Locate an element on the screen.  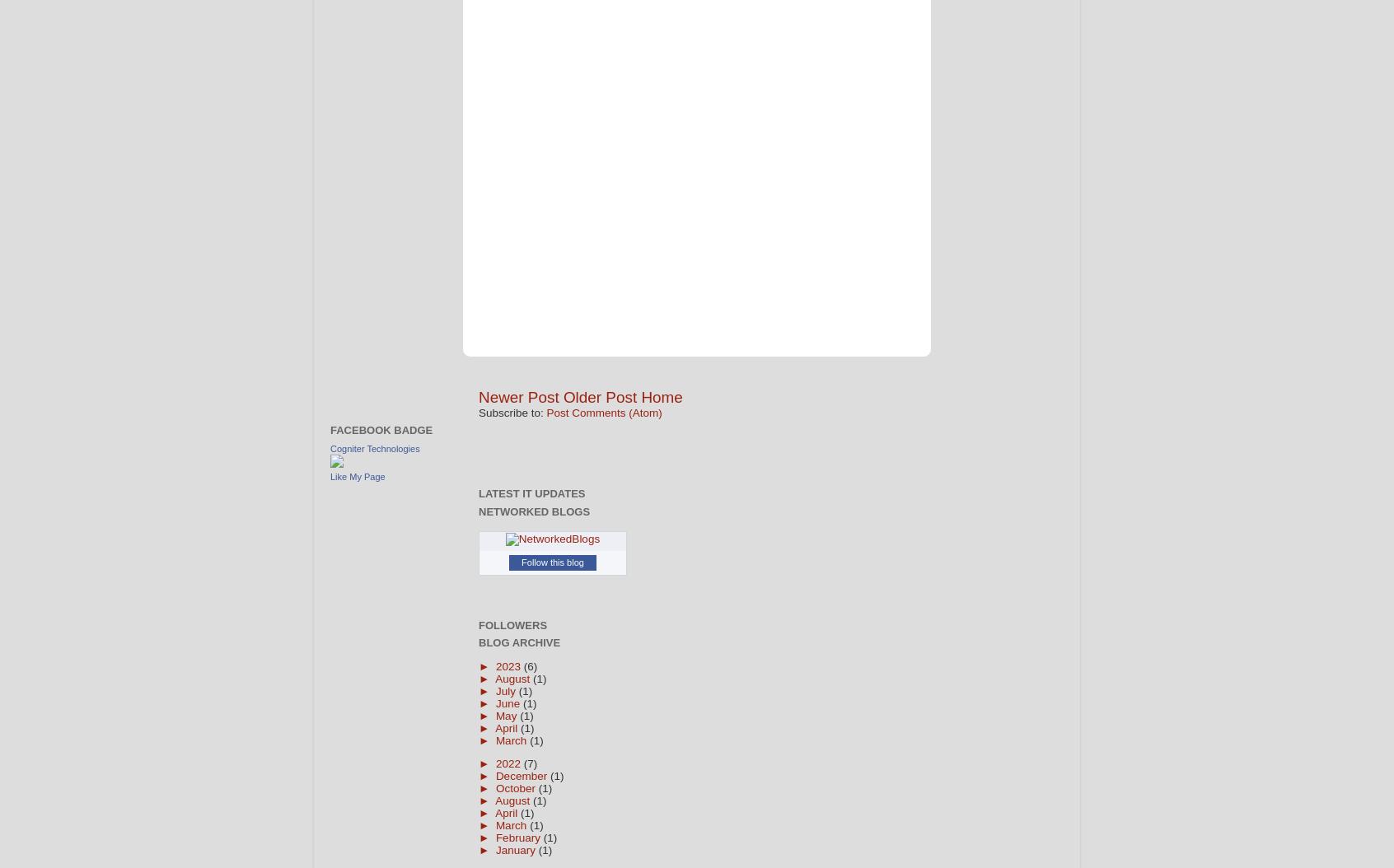
'December' is located at coordinates (521, 775).